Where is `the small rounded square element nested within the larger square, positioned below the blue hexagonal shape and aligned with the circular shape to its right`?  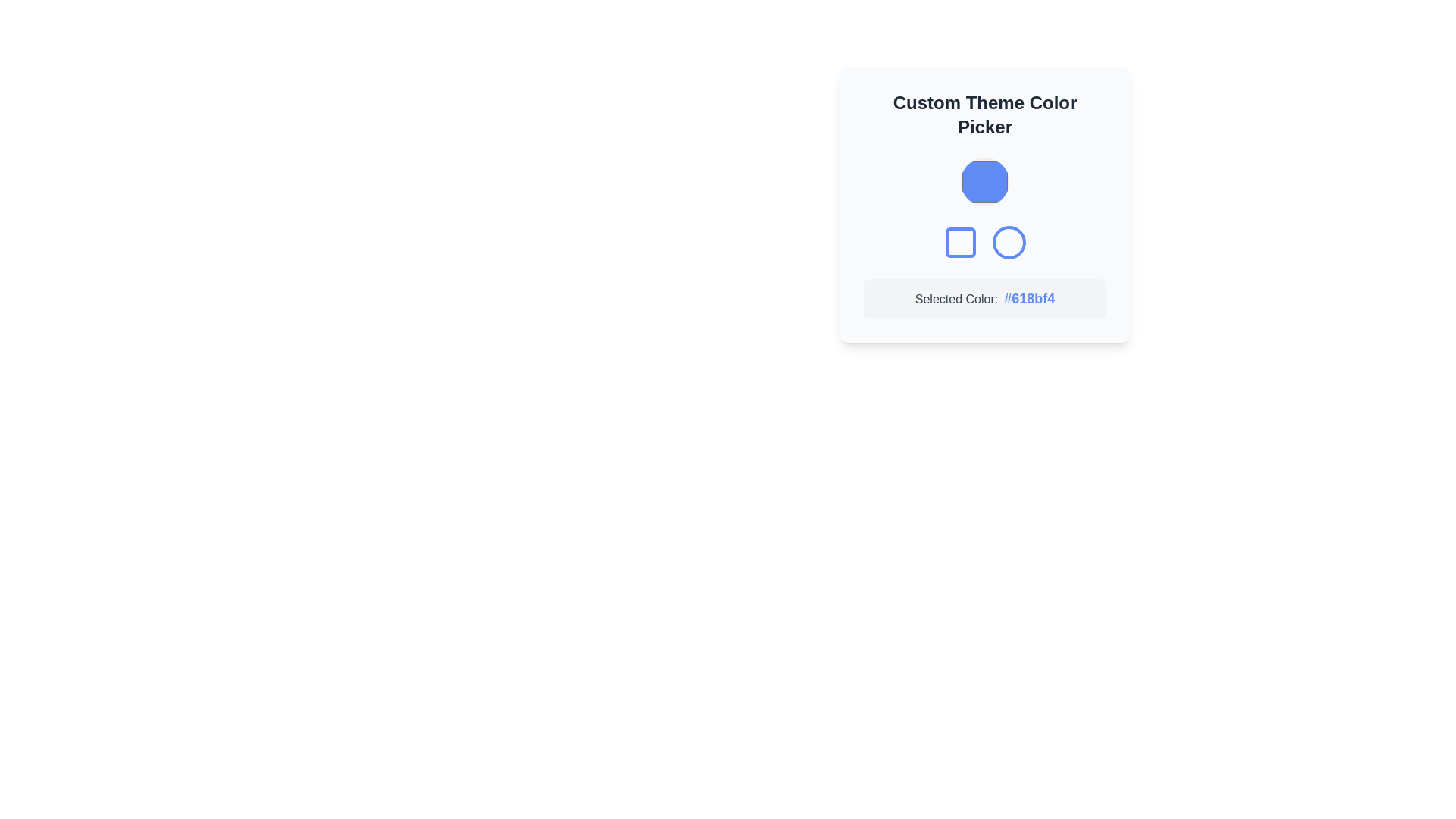 the small rounded square element nested within the larger square, positioned below the blue hexagonal shape and aligned with the circular shape to its right is located at coordinates (960, 242).